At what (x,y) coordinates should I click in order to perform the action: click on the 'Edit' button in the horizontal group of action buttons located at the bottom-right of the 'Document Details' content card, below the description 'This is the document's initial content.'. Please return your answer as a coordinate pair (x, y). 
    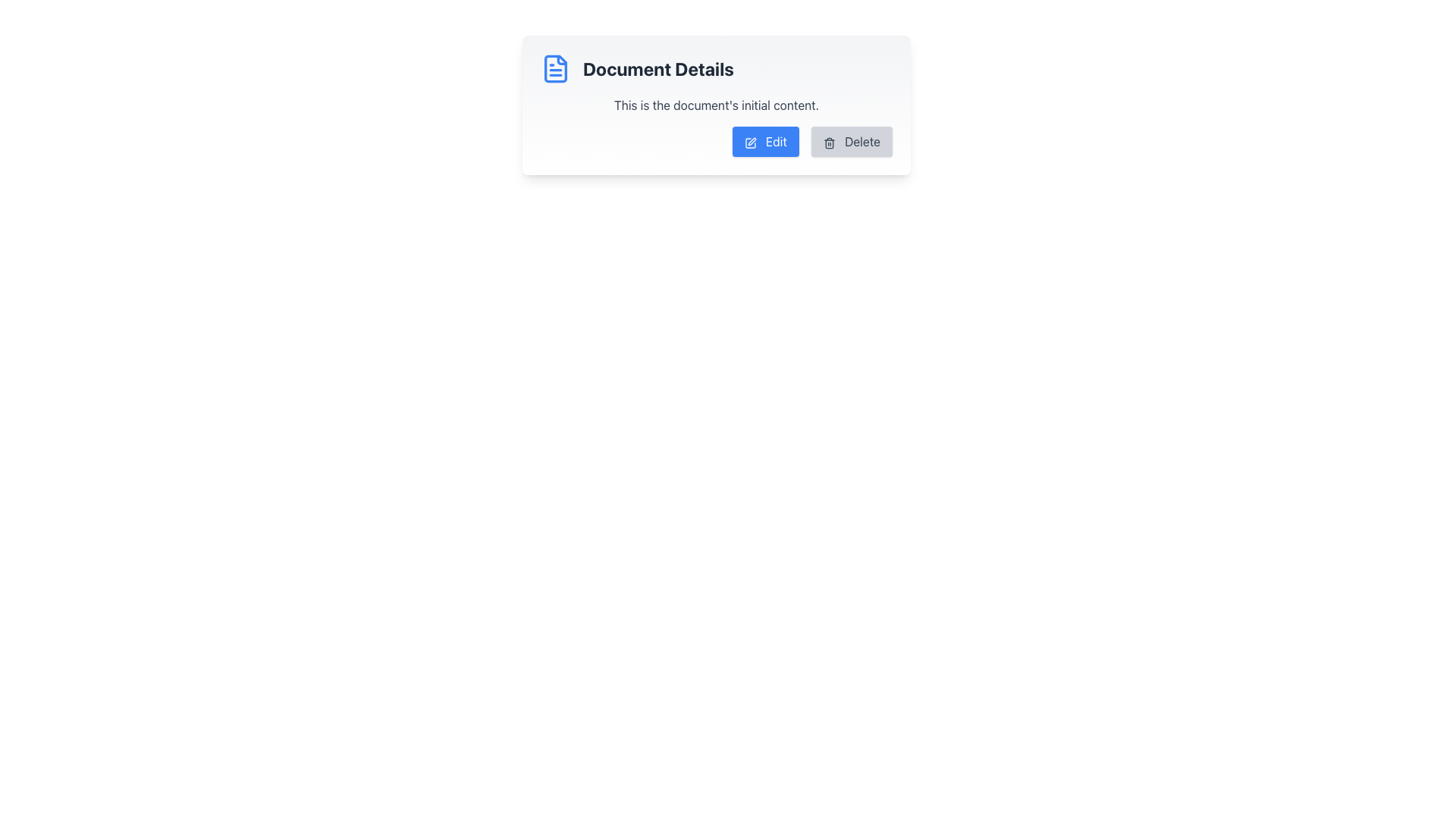
    Looking at the image, I should click on (716, 141).